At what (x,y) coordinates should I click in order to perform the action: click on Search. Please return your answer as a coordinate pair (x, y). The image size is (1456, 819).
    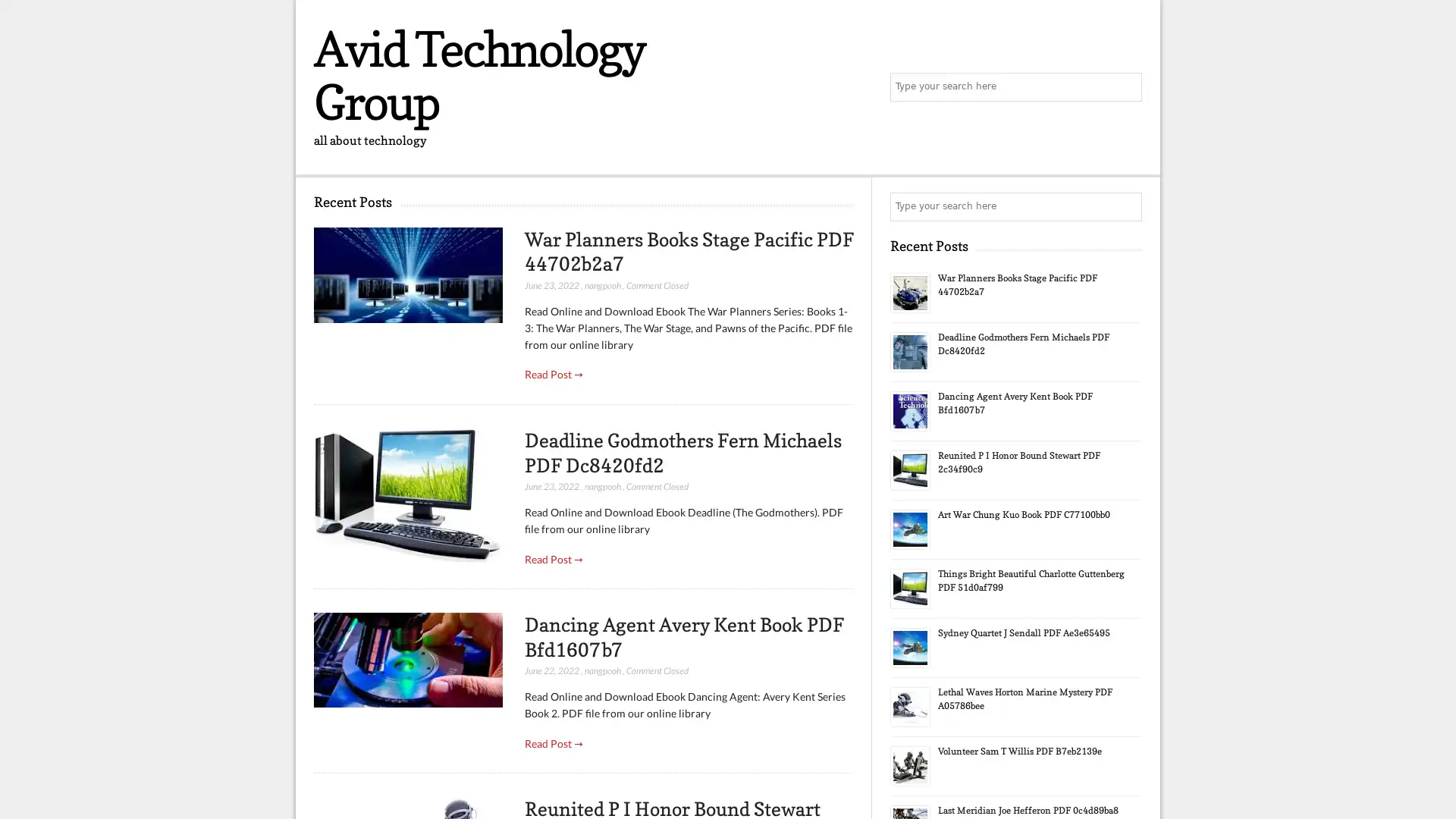
    Looking at the image, I should click on (1126, 207).